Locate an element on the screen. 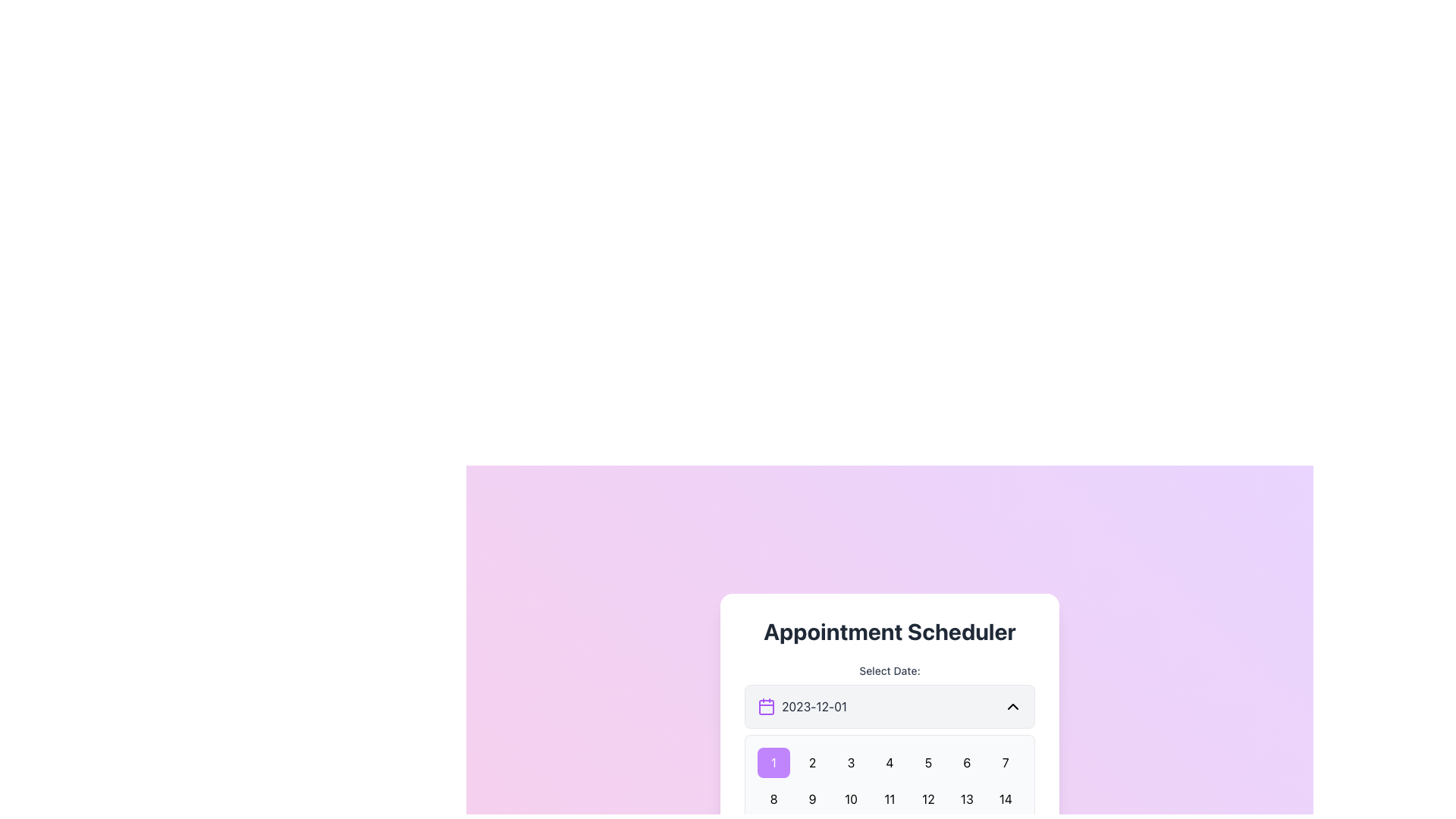  the date selector button for the 8th day of the month located in the second row, first column of the calendar grid under the 'Select Date' section is located at coordinates (773, 798).